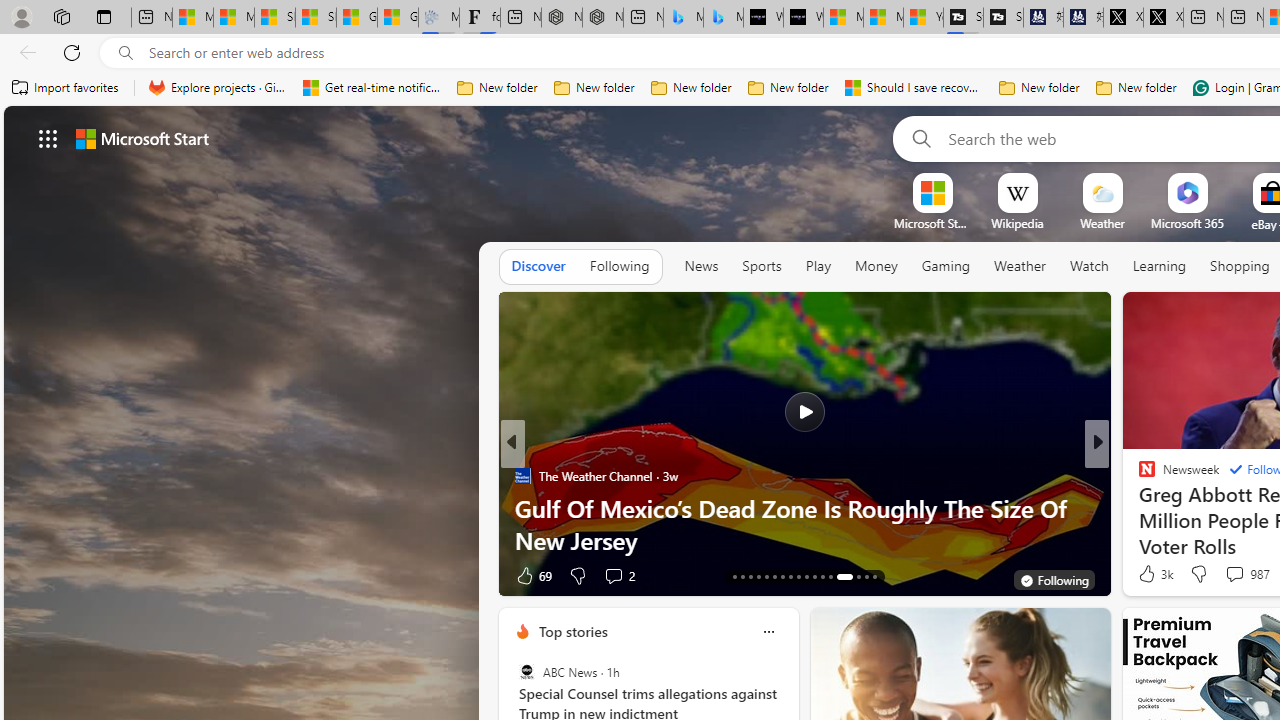 The height and width of the screenshot is (720, 1280). Describe the element at coordinates (822, 577) in the screenshot. I see `'AutomationID: tab-24'` at that location.